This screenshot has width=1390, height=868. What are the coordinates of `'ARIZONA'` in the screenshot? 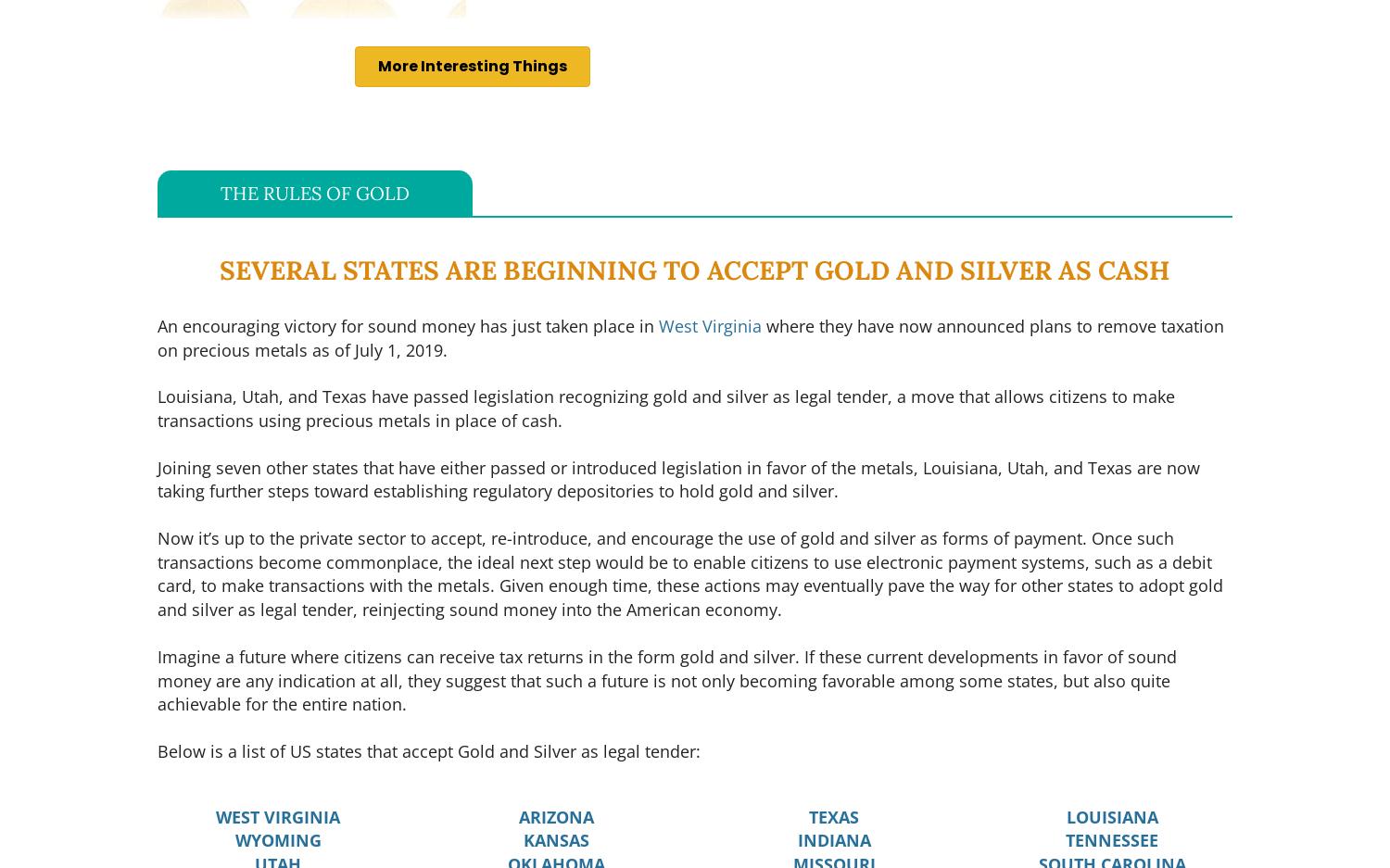 It's located at (554, 814).